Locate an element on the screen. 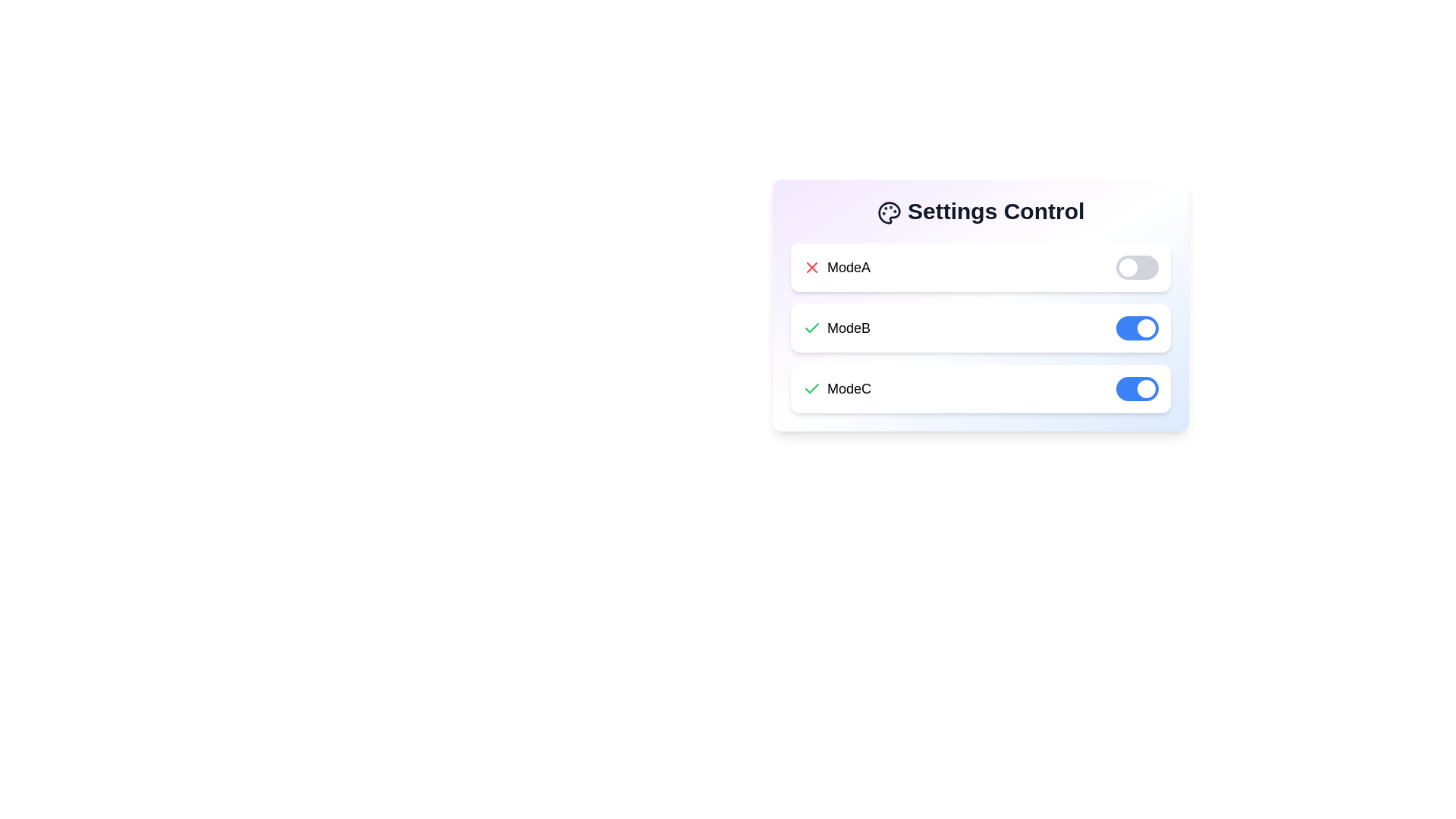 The height and width of the screenshot is (819, 1456). the small red 'X' icon located to the left of the 'ModeA' text in the settings interface is located at coordinates (811, 267).